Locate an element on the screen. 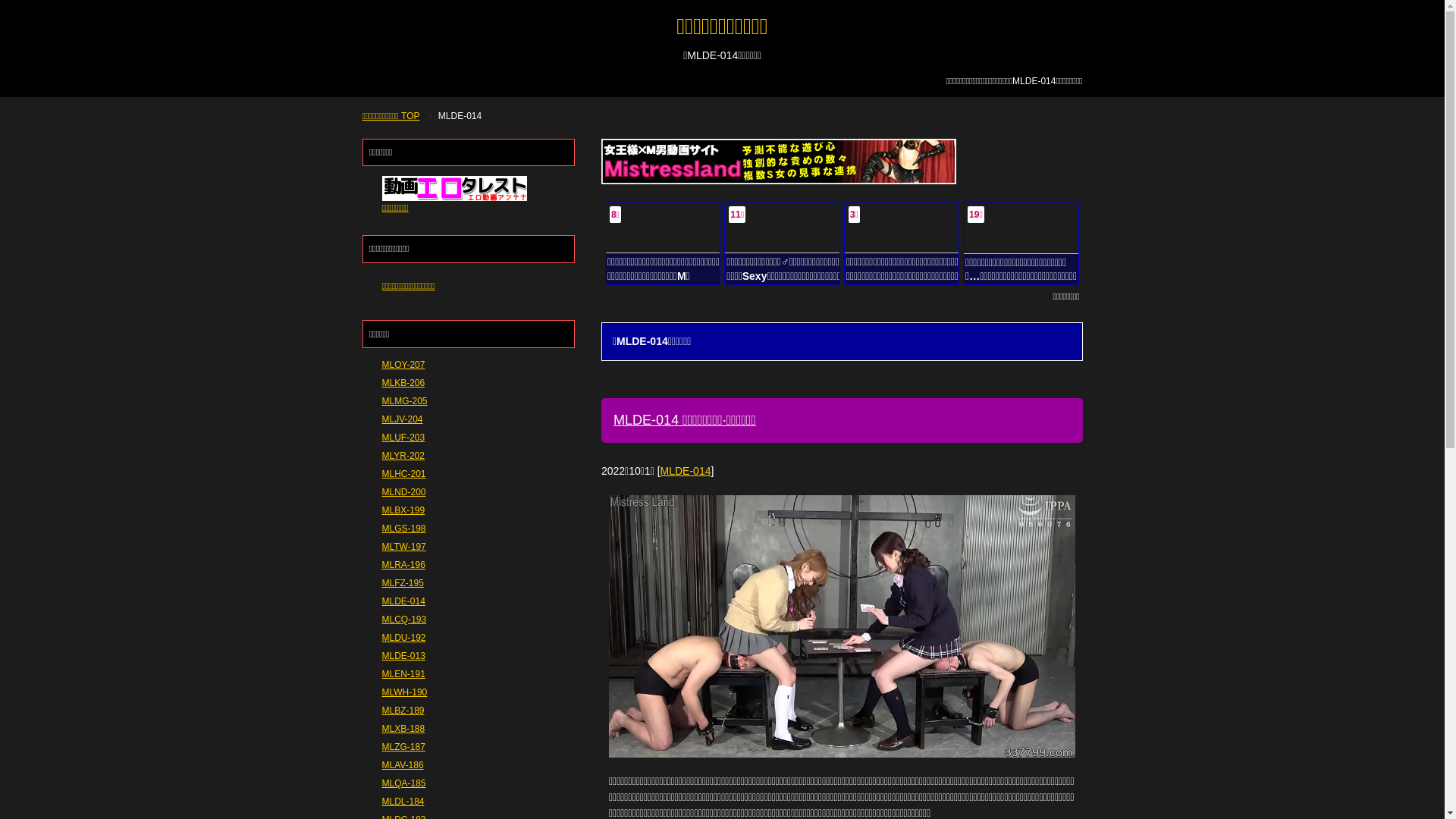  'MLDE-013' is located at coordinates (382, 654).